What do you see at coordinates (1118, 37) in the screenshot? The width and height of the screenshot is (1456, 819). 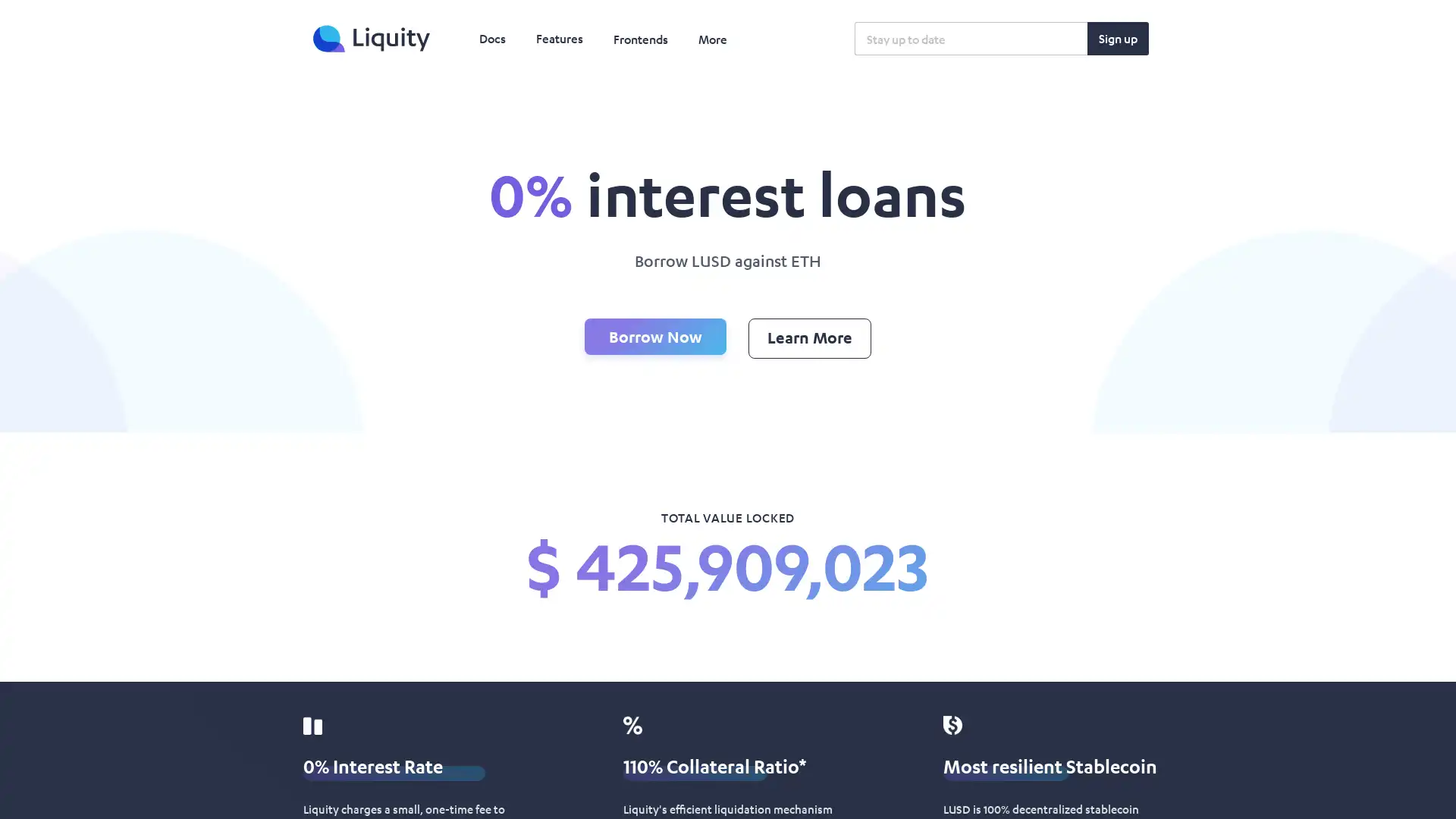 I see `Sign up` at bounding box center [1118, 37].